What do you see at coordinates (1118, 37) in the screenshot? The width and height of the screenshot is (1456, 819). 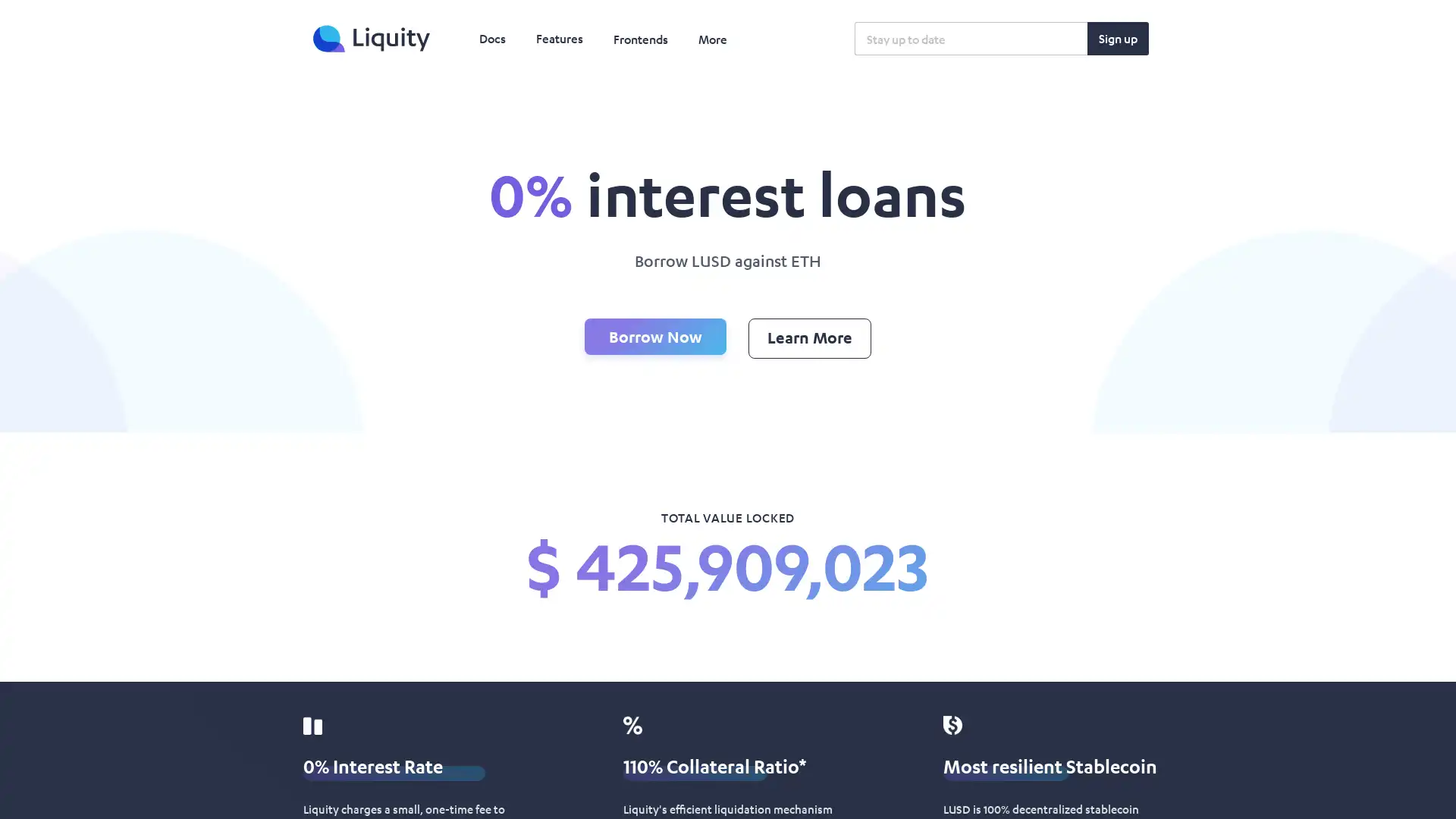 I see `Sign up` at bounding box center [1118, 37].